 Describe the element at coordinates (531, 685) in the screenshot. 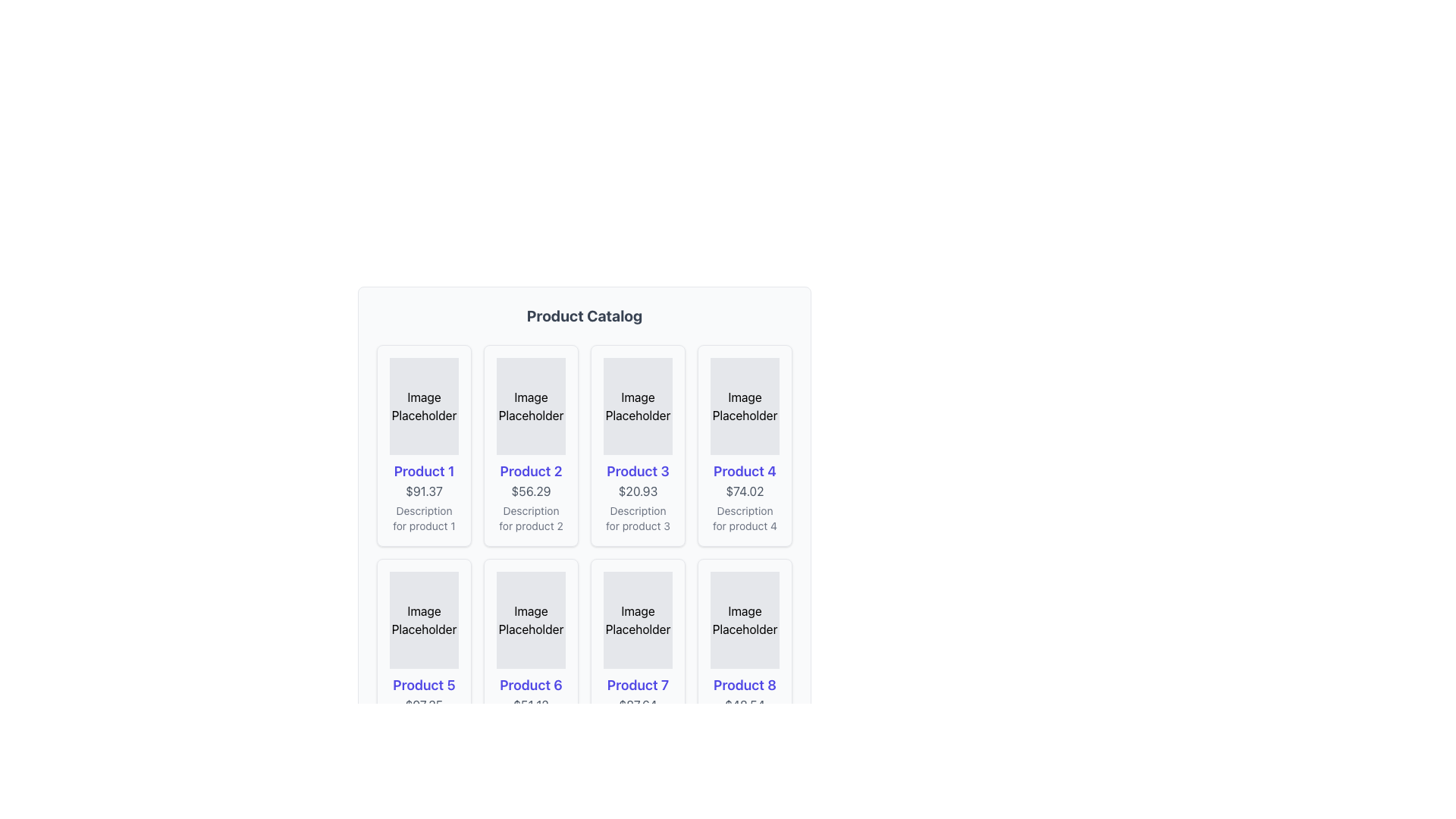

I see `the text label displaying 'Product 6' in bold indigo font, which is positioned above the price text '$51.12' and below the placeholder image in the card layout` at that location.